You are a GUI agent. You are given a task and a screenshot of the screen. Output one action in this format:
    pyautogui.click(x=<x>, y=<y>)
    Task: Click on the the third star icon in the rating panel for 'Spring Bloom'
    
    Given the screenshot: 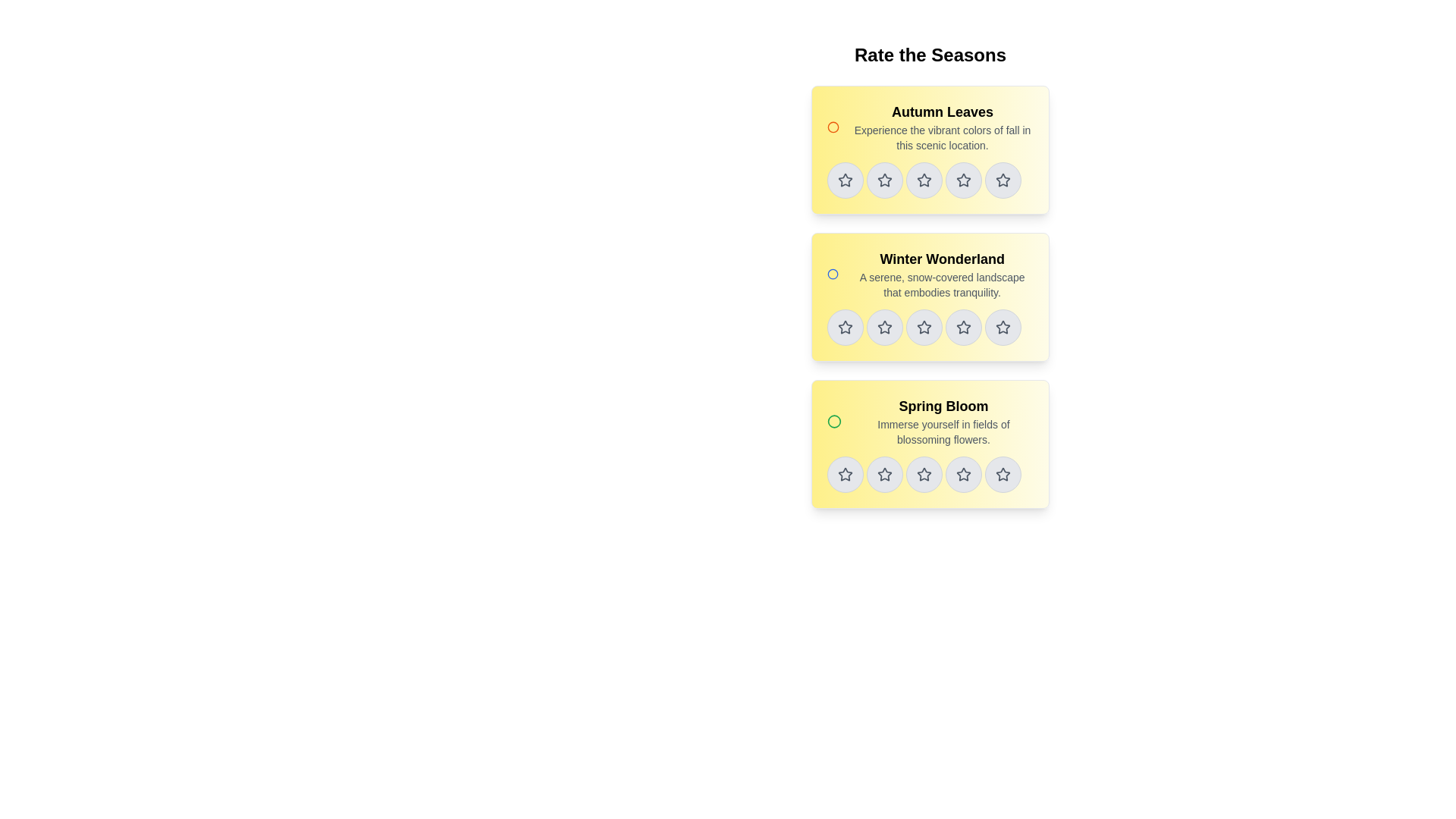 What is the action you would take?
    pyautogui.click(x=884, y=473)
    